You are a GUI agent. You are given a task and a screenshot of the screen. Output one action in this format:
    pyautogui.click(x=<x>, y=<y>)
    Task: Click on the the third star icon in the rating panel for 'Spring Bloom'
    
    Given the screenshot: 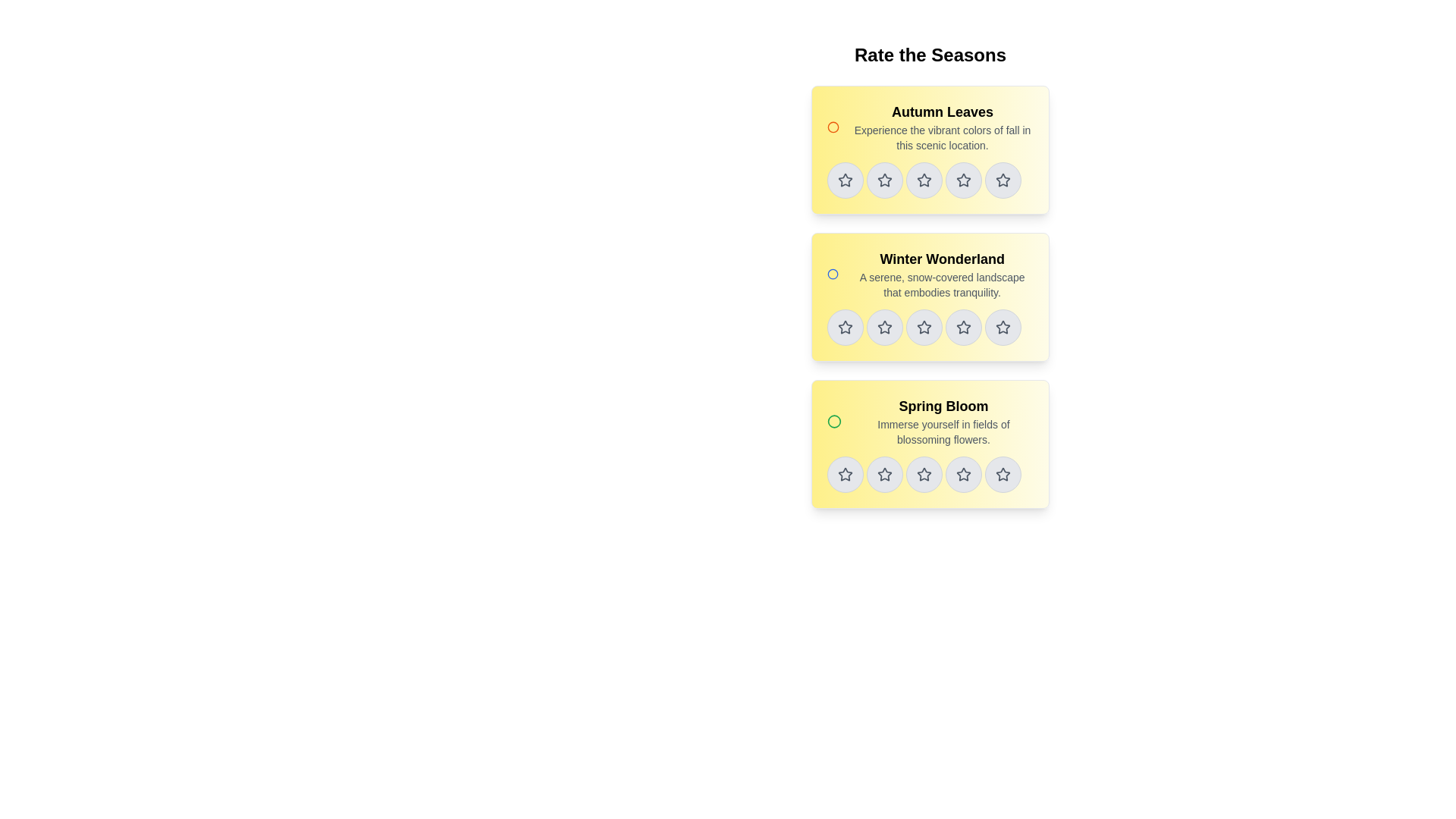 What is the action you would take?
    pyautogui.click(x=884, y=473)
    